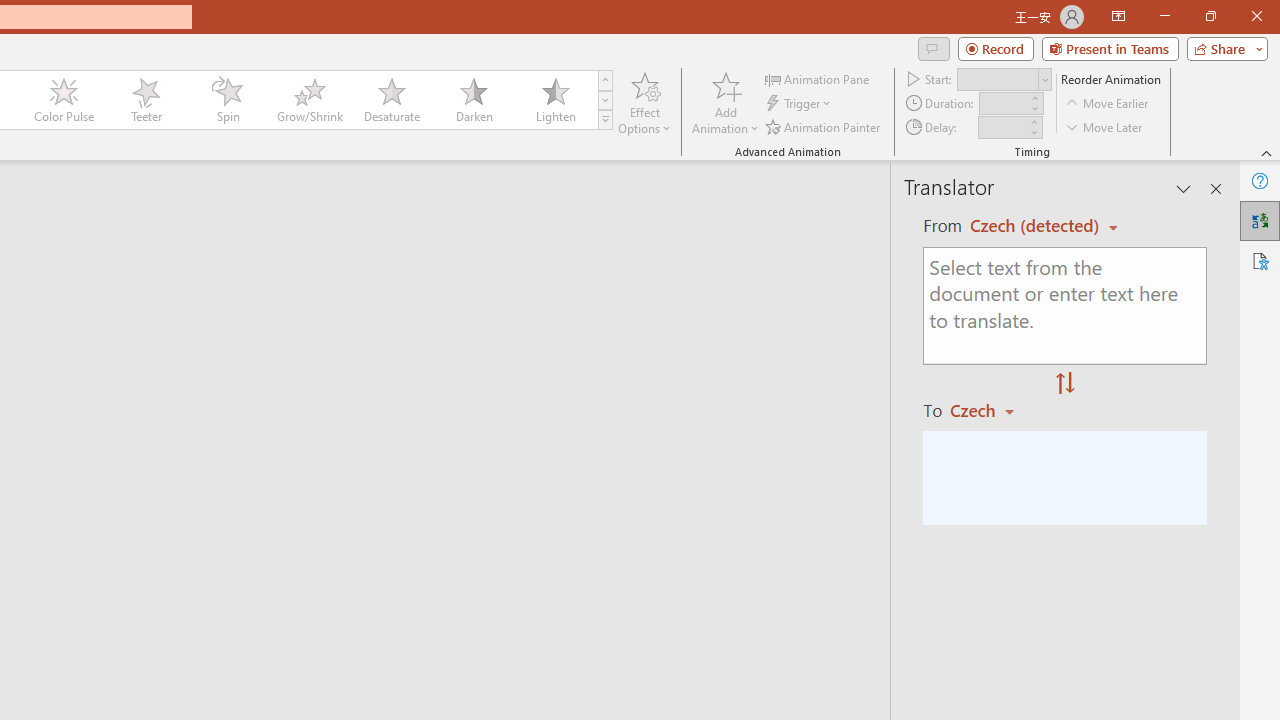  Describe the element at coordinates (604, 120) in the screenshot. I see `'Animation Styles'` at that location.